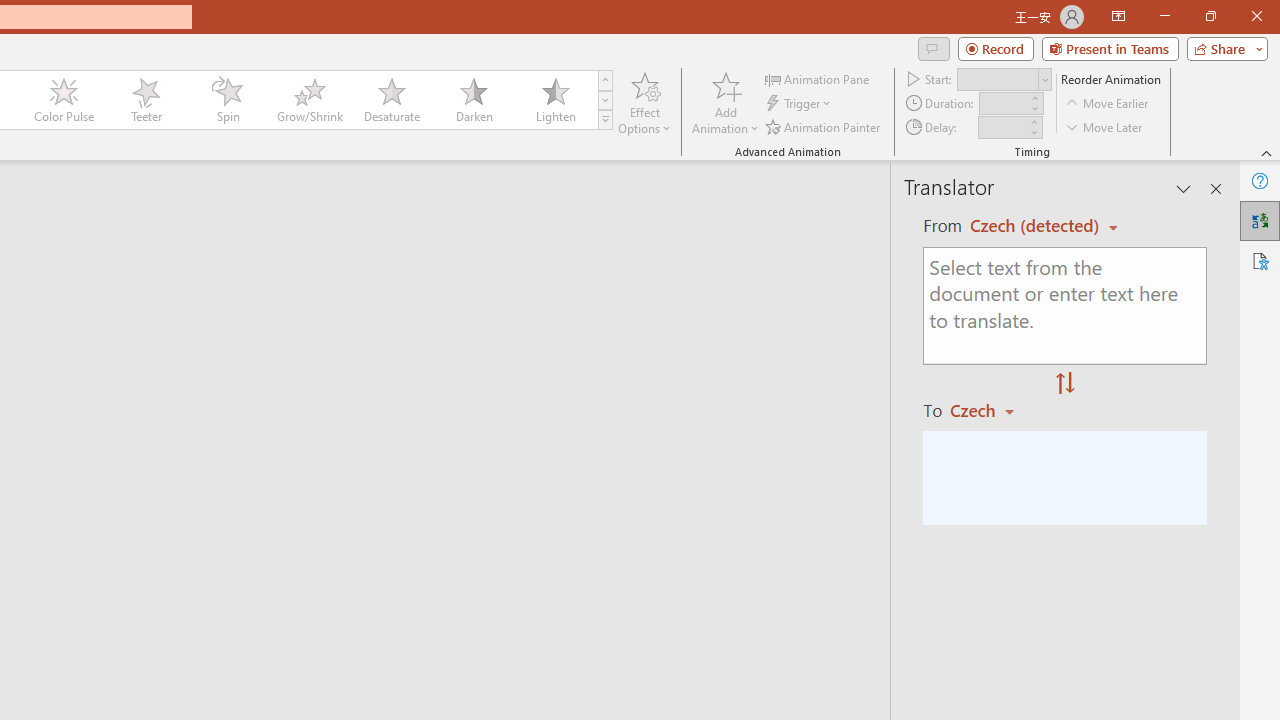  Describe the element at coordinates (604, 120) in the screenshot. I see `'Animation Styles'` at that location.